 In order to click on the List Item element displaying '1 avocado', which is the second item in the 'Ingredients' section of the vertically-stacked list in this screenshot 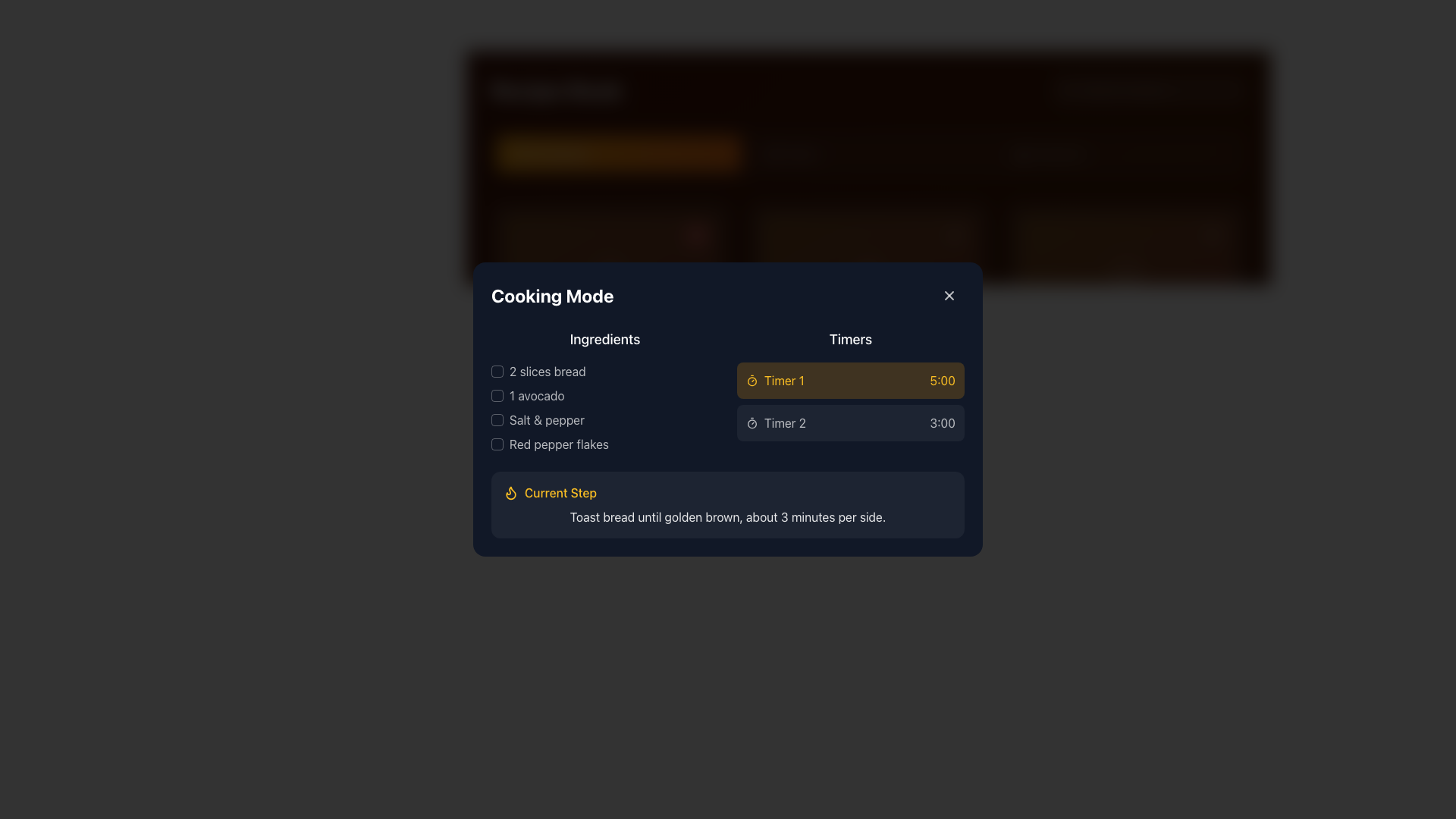, I will do `click(604, 394)`.